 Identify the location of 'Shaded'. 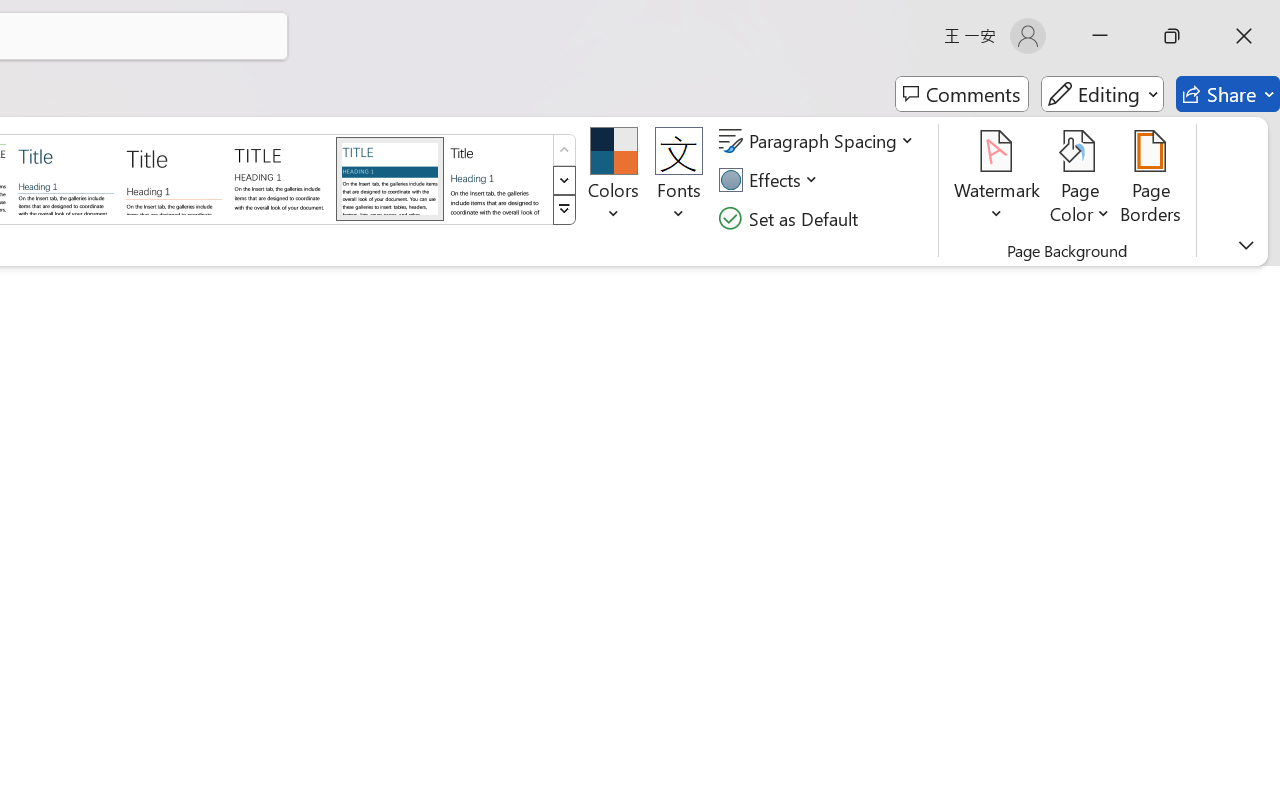
(389, 177).